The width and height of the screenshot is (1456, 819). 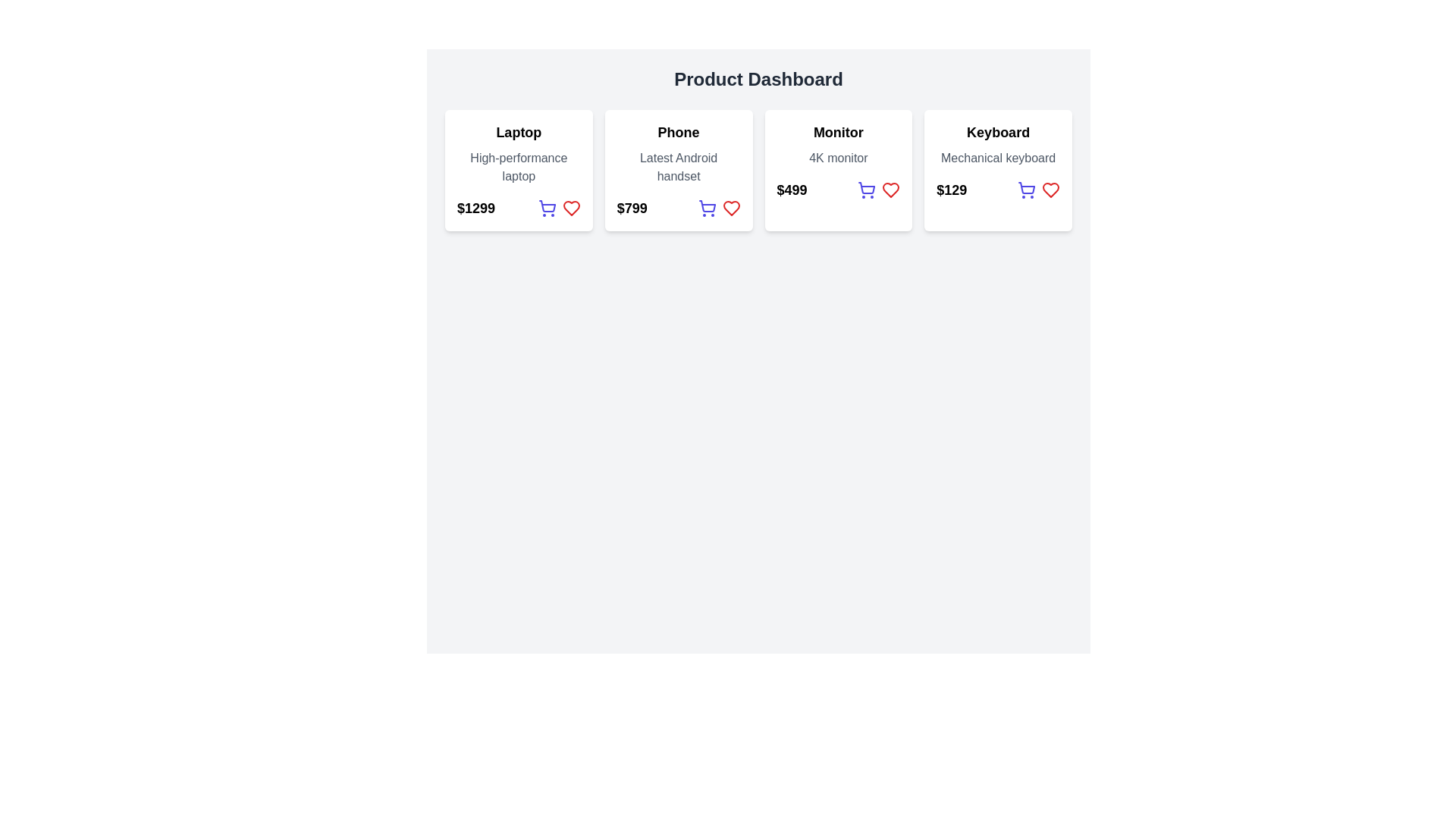 What do you see at coordinates (951, 189) in the screenshot?
I see `the price Text Label located in the bottom left section of the fourth card labeled 'Keyboard' in the Product Dashboard interface, which is situated above the shopping cart and heart-shaped icons` at bounding box center [951, 189].